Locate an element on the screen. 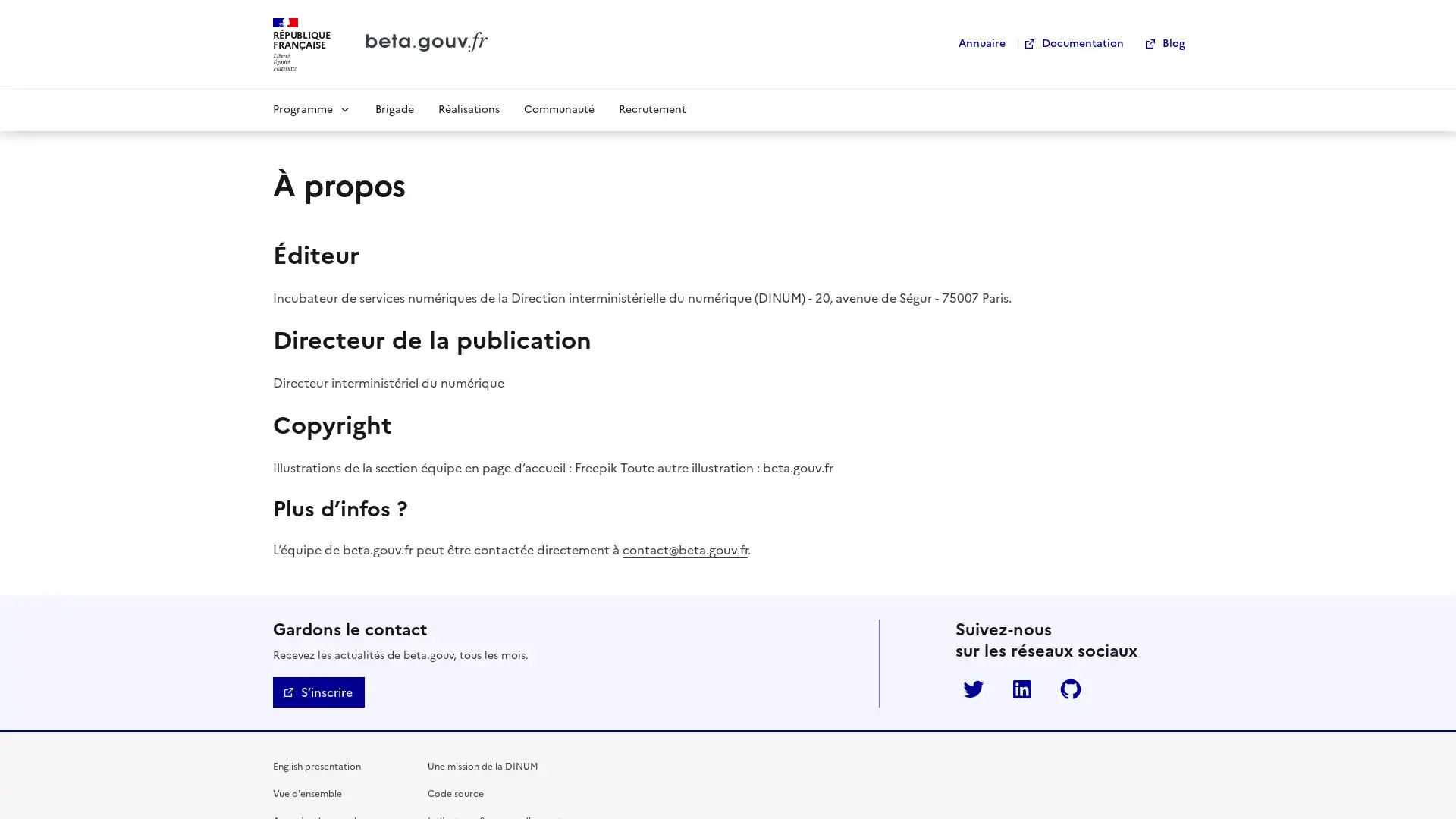 The image size is (1456, 819). Sinscrire is located at coordinates (318, 691).